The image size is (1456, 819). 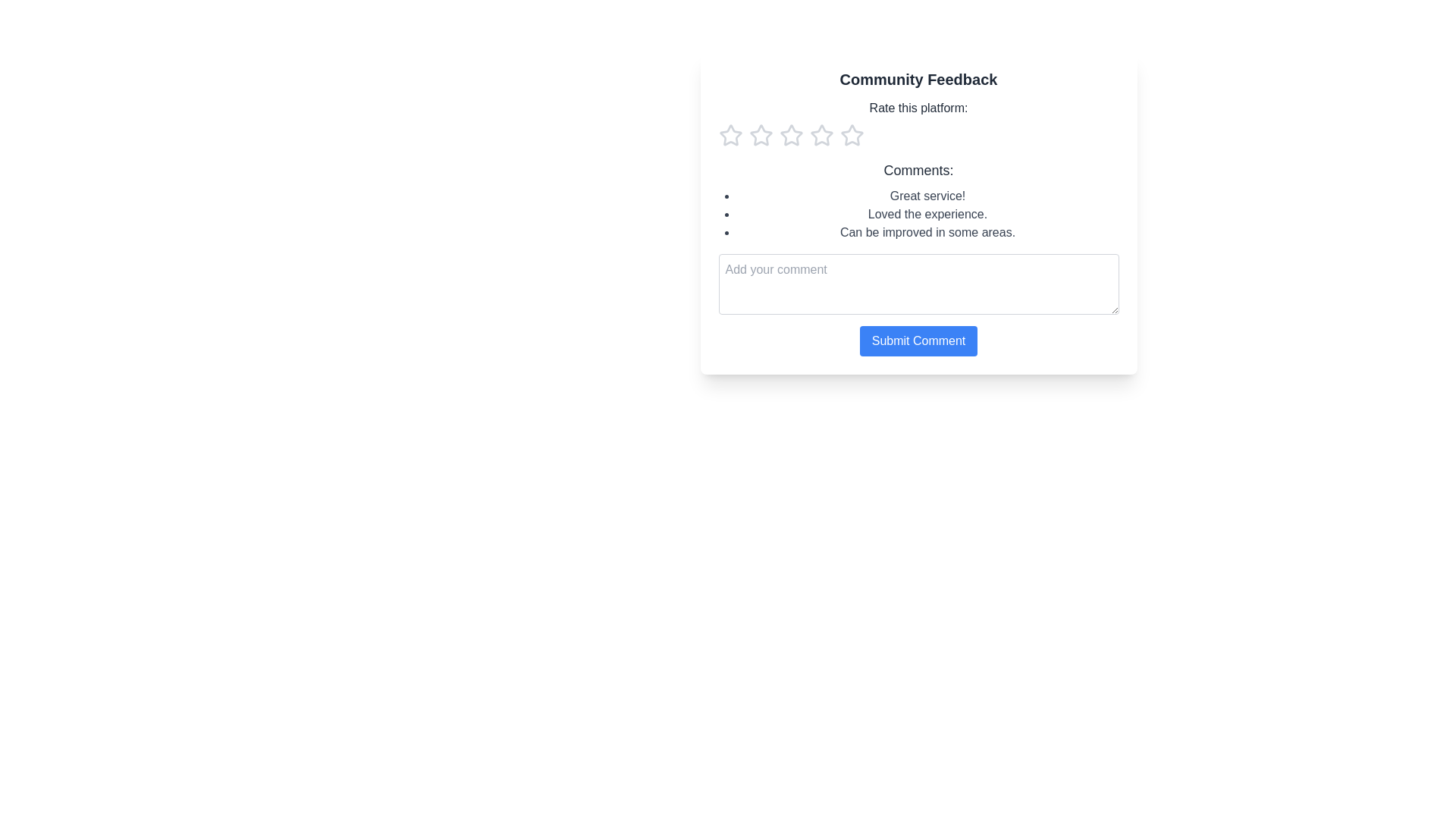 I want to click on the text label that reads 'Can be improved in some areas.', which is the third item in a bulleted list of feedback comments under the heading 'Comments', so click(x=927, y=233).